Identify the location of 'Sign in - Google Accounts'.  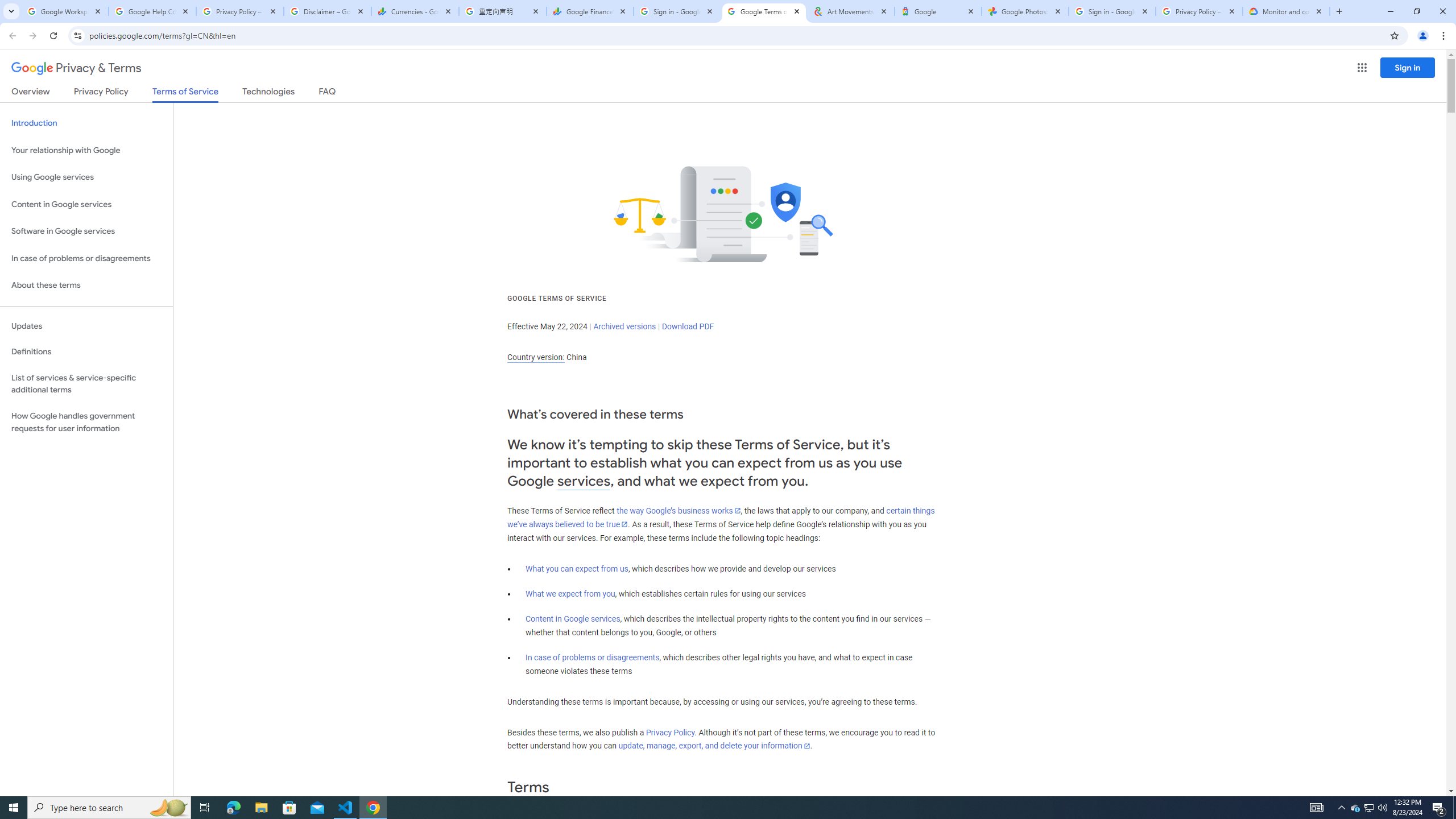
(1111, 11).